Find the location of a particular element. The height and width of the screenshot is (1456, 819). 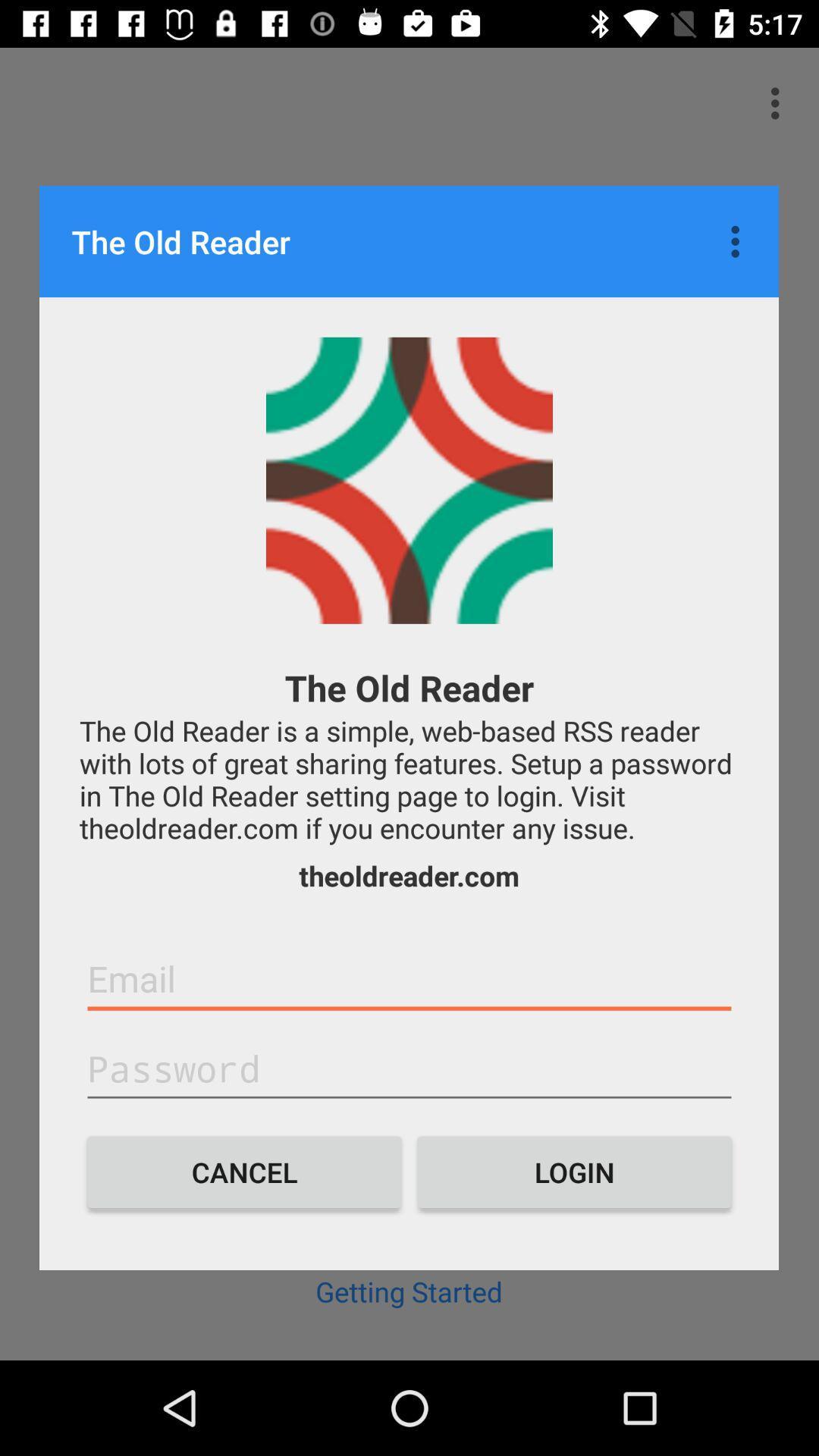

password is located at coordinates (409, 1068).